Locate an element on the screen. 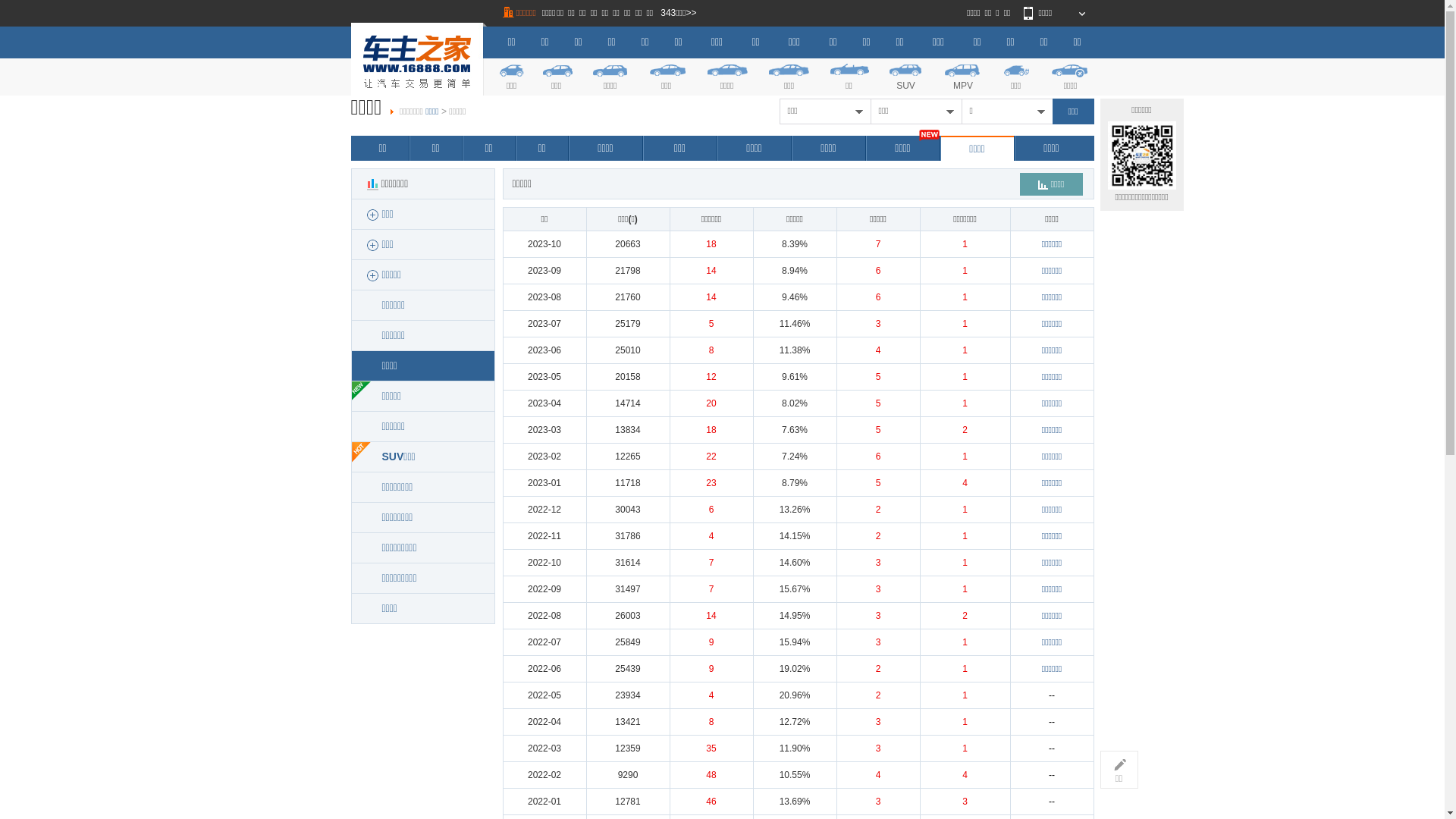 The height and width of the screenshot is (819, 1456). '7' is located at coordinates (711, 562).